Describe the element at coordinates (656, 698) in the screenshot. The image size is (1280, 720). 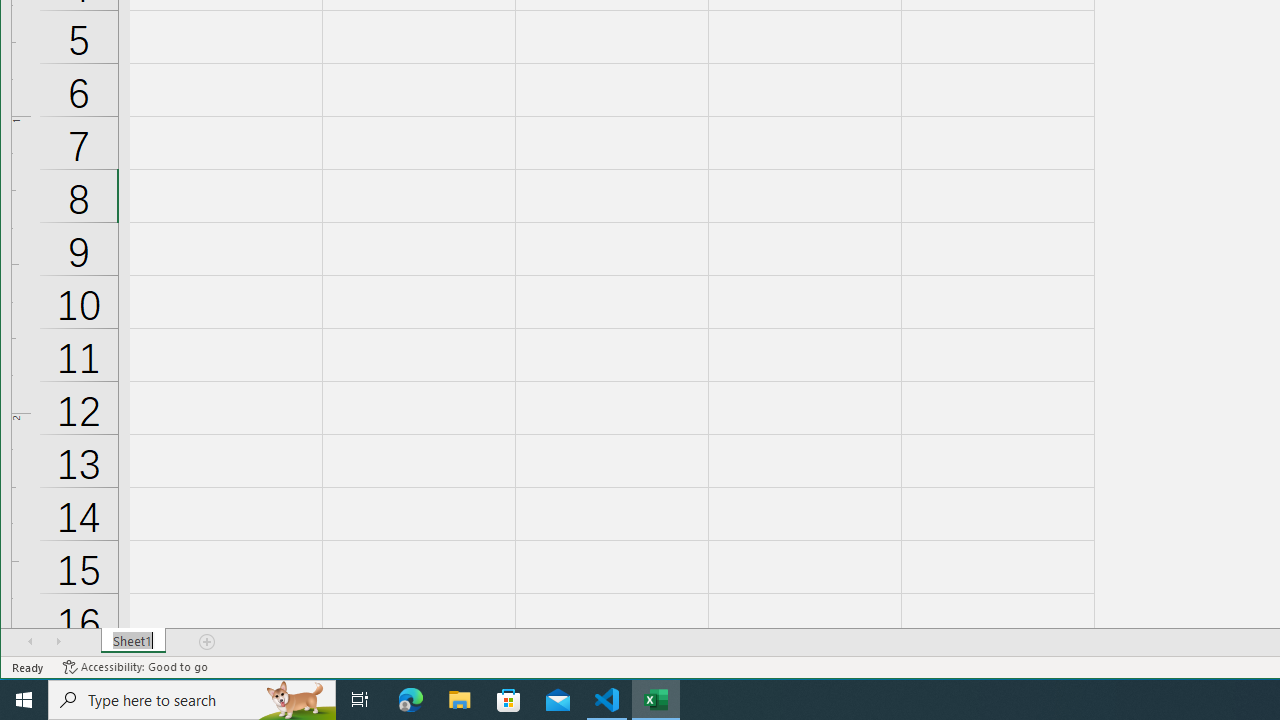
I see `'Excel - 1 running window'` at that location.